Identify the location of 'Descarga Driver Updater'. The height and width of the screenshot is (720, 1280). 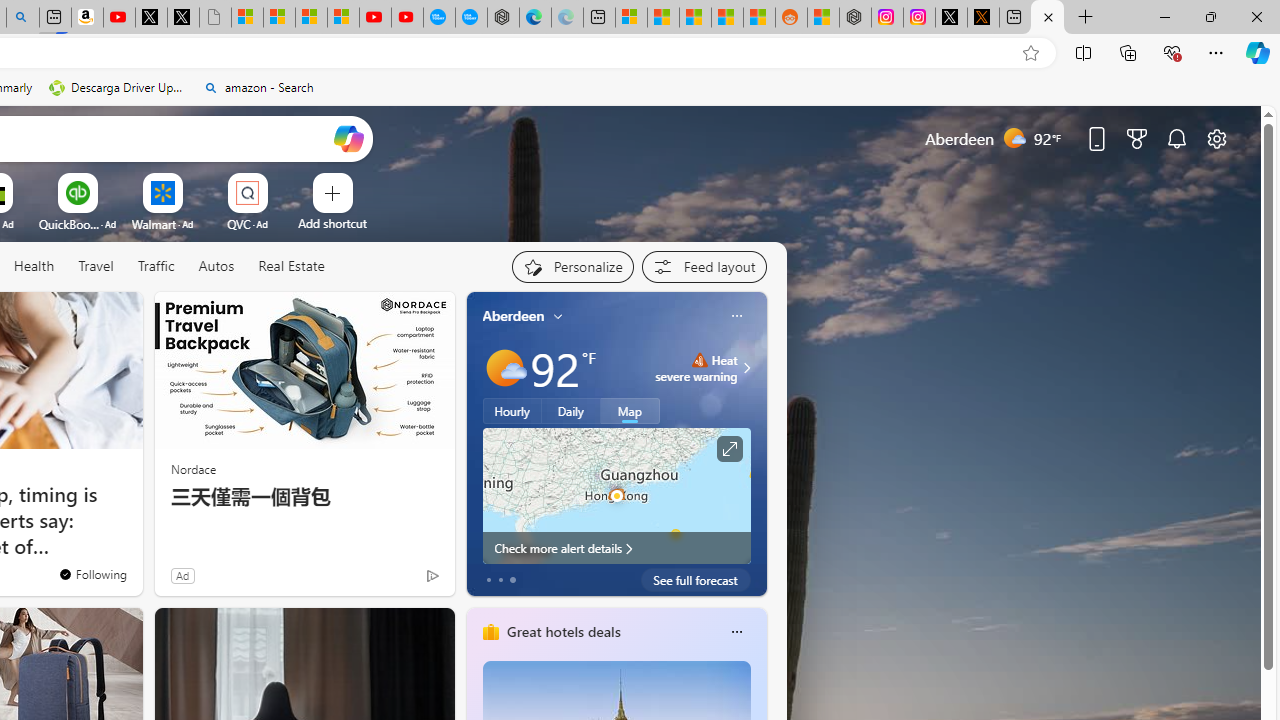
(117, 87).